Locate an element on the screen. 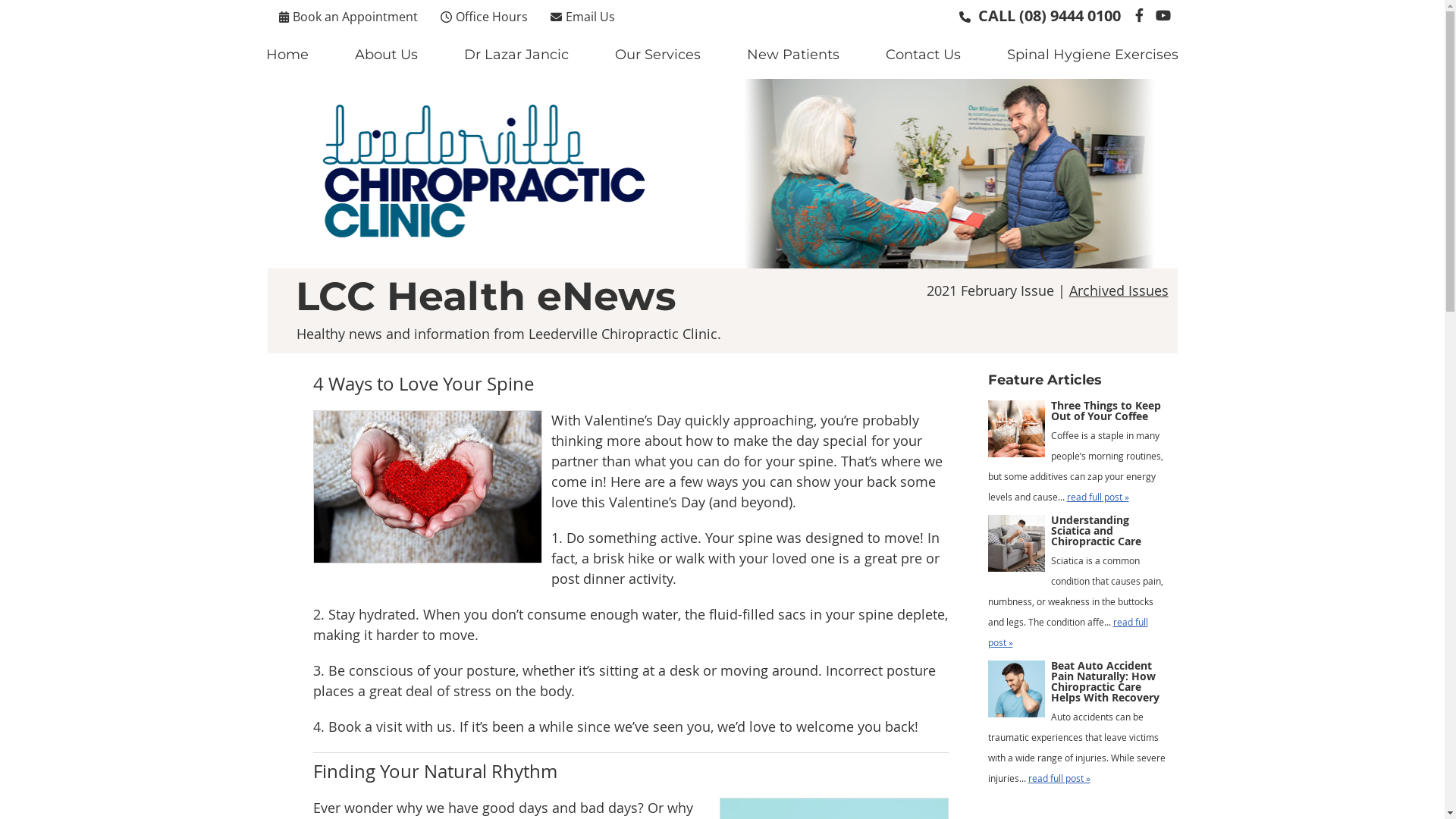  '(08) 9444 0100' is located at coordinates (1069, 15).